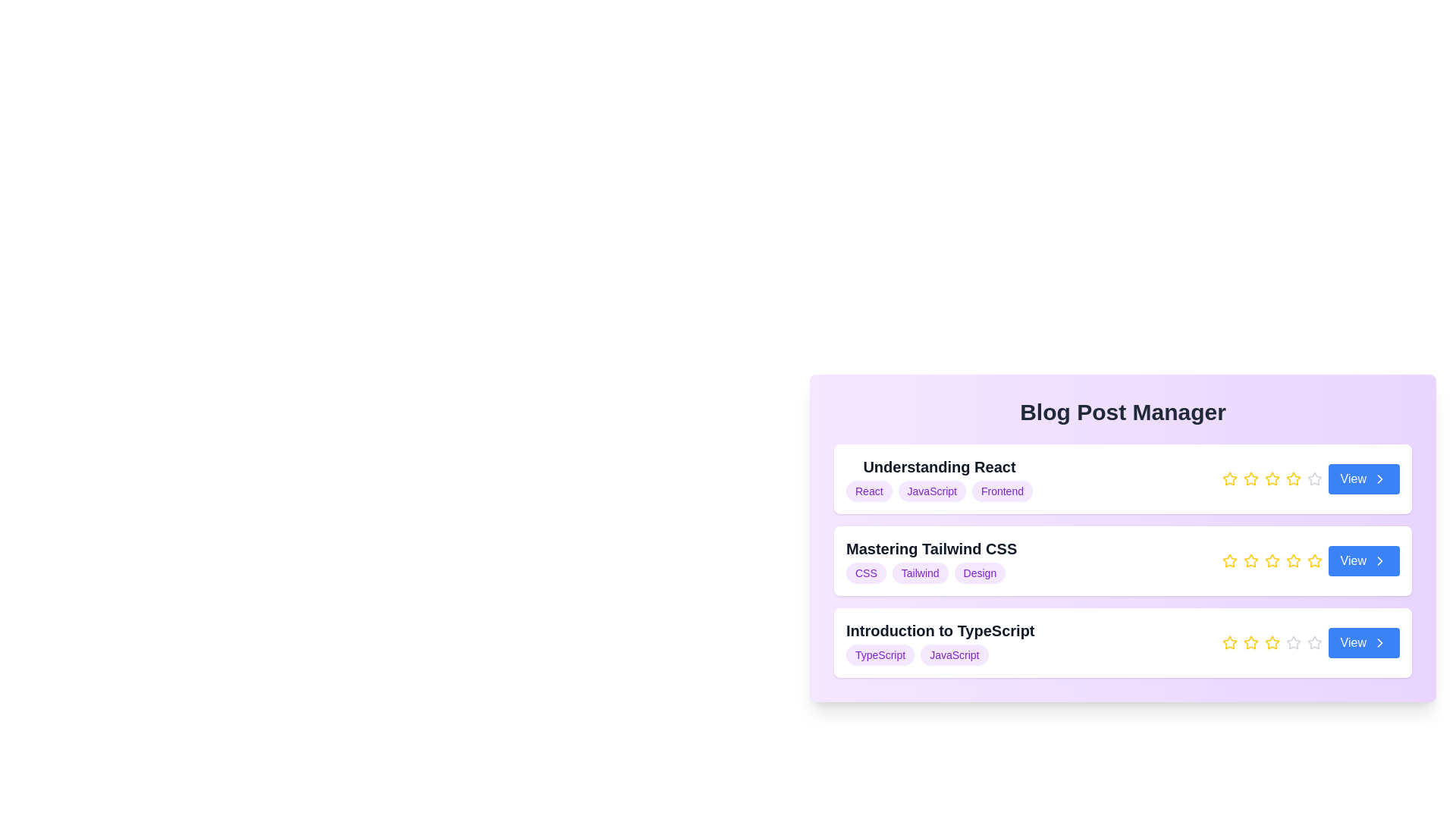 This screenshot has height=819, width=1456. What do you see at coordinates (1292, 561) in the screenshot?
I see `the fifth golden star-shaped rating icon in the rating section of the 'Mastering Tailwind CSS' blog entry` at bounding box center [1292, 561].